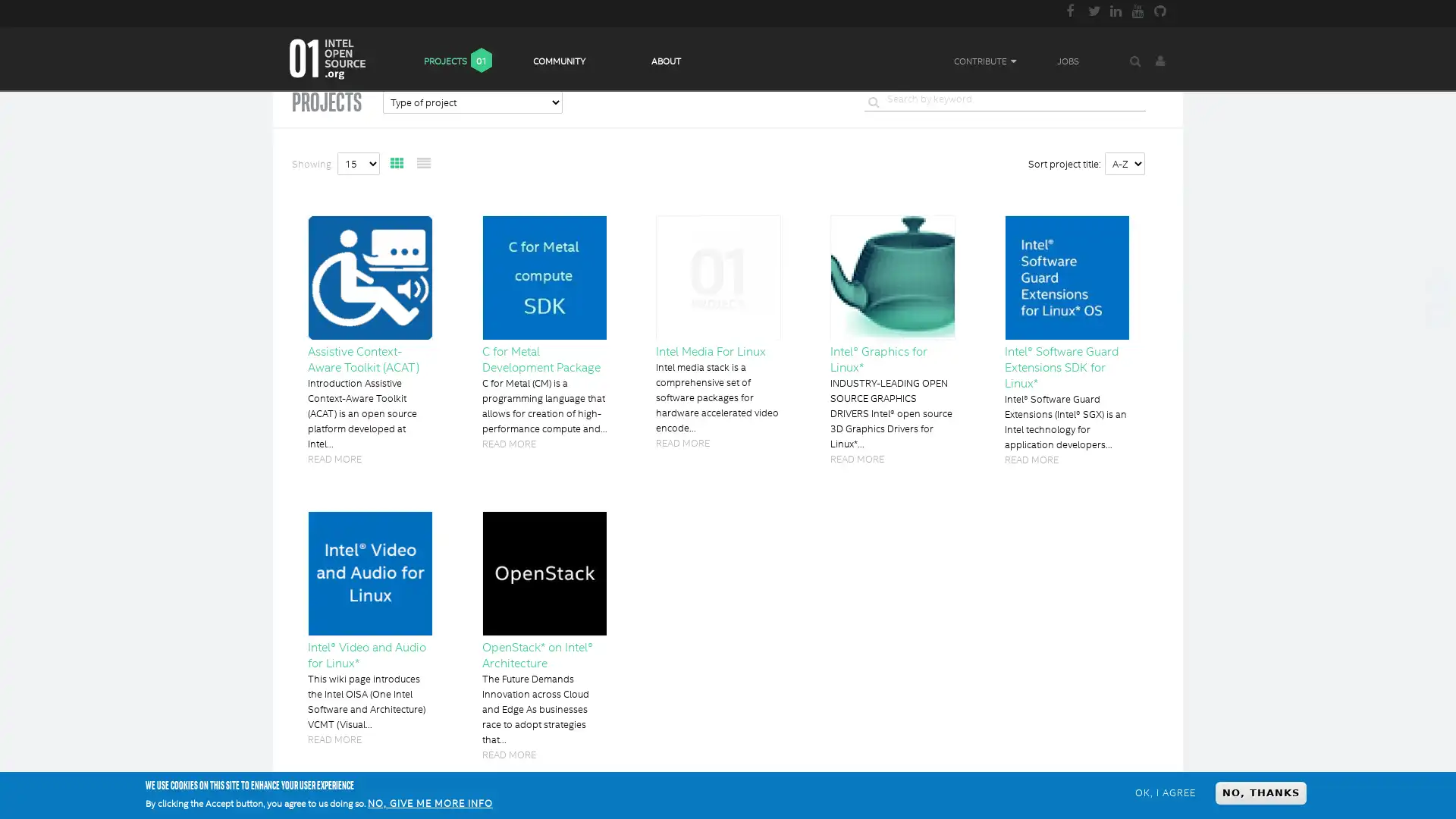  Describe the element at coordinates (1260, 792) in the screenshot. I see `NO, THANKS` at that location.